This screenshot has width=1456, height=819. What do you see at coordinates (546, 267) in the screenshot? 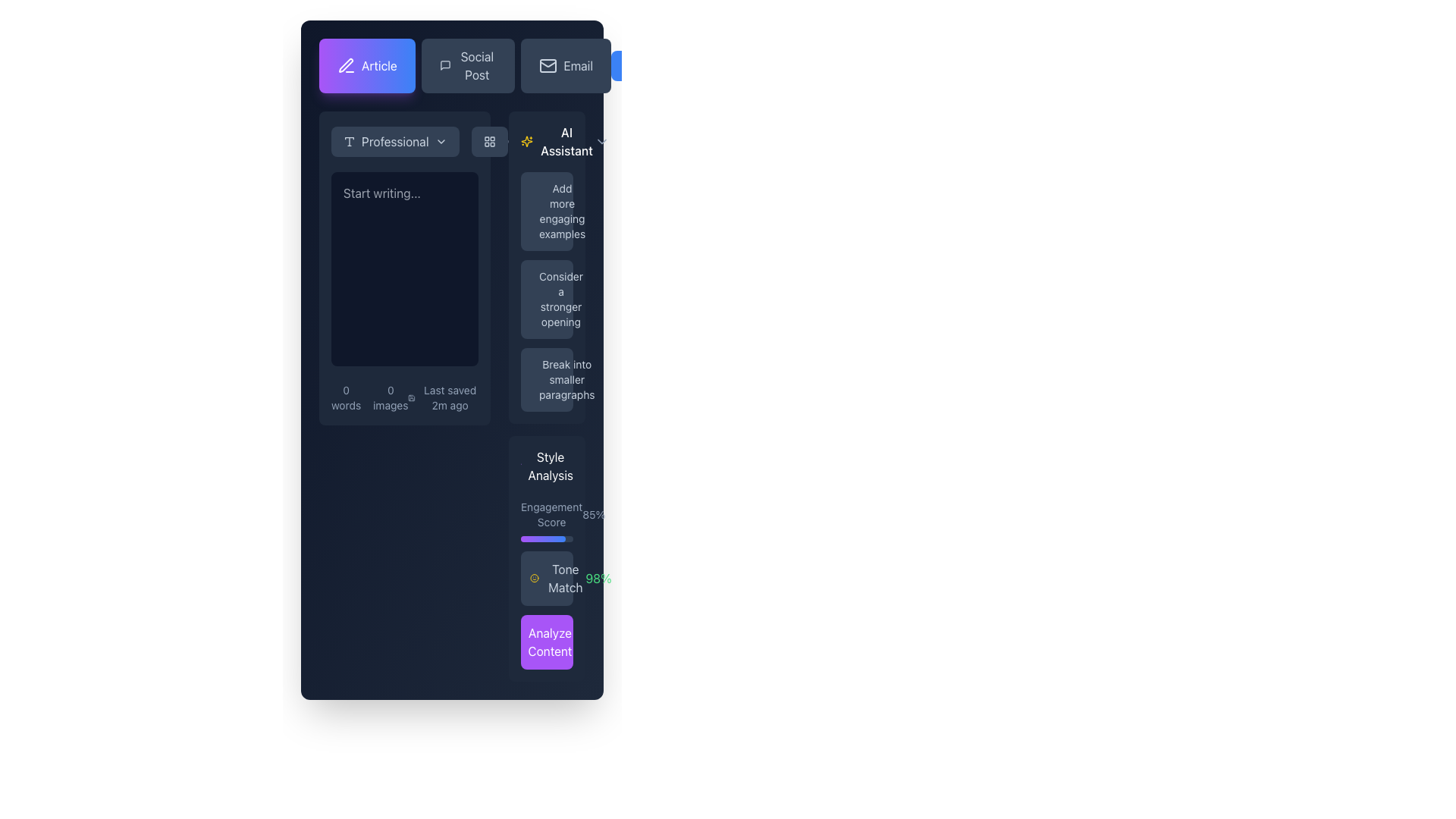
I see `the interactive button with dark slate background and light slate text reading 'Consider a stronger opening' to apply the suggestion` at bounding box center [546, 267].